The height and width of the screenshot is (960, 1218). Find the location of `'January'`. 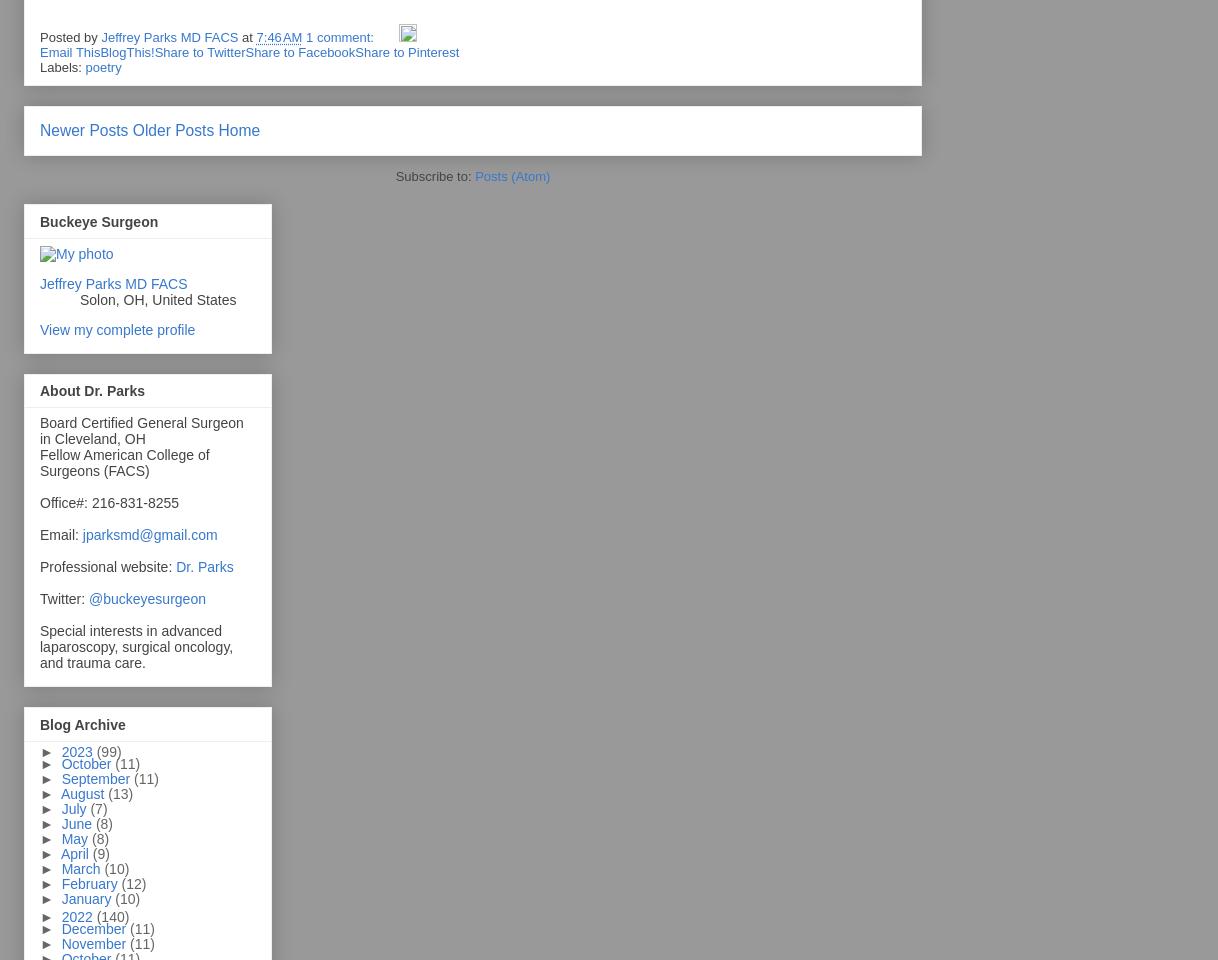

'January' is located at coordinates (87, 896).